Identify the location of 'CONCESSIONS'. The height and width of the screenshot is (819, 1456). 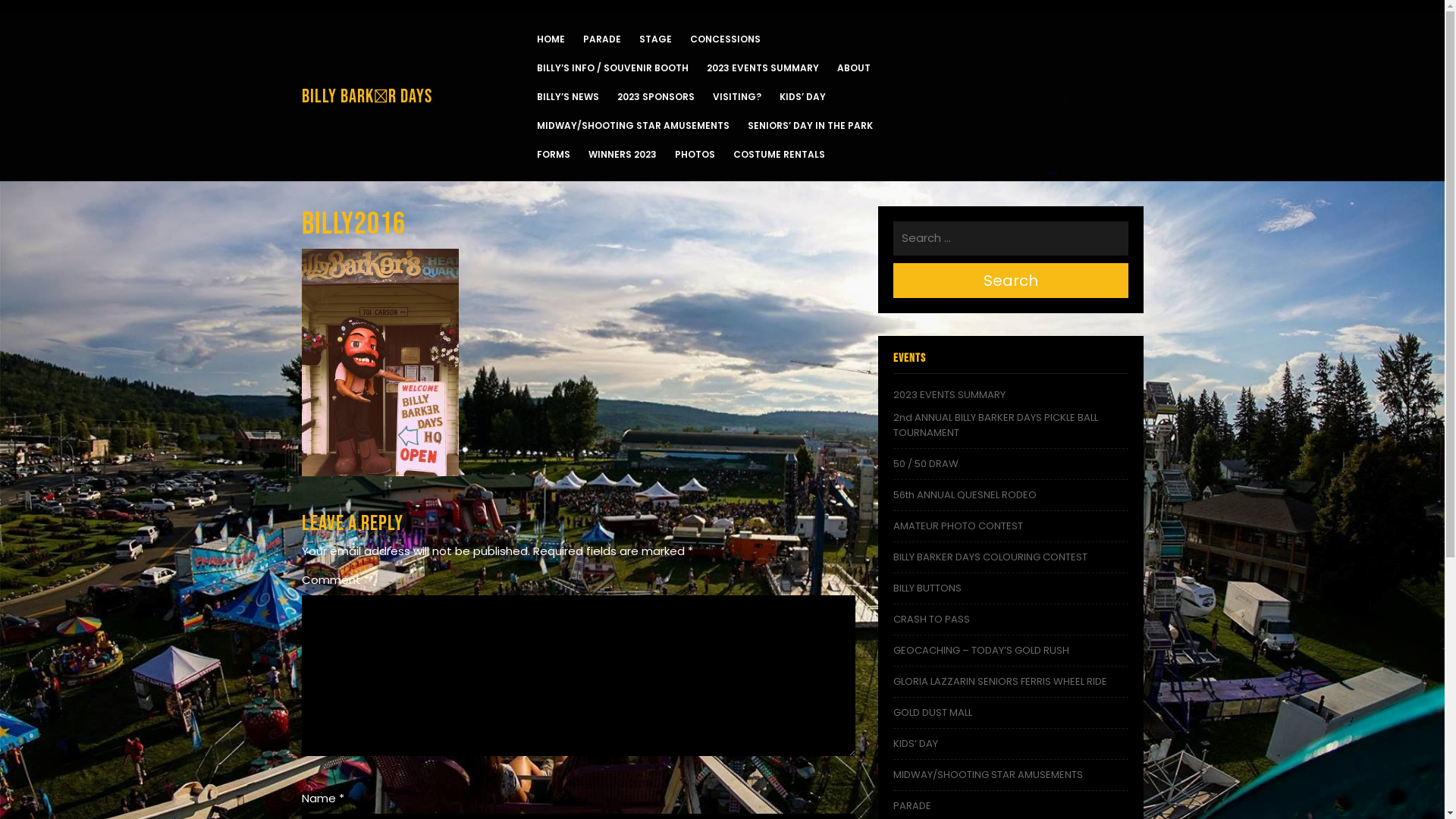
(689, 38).